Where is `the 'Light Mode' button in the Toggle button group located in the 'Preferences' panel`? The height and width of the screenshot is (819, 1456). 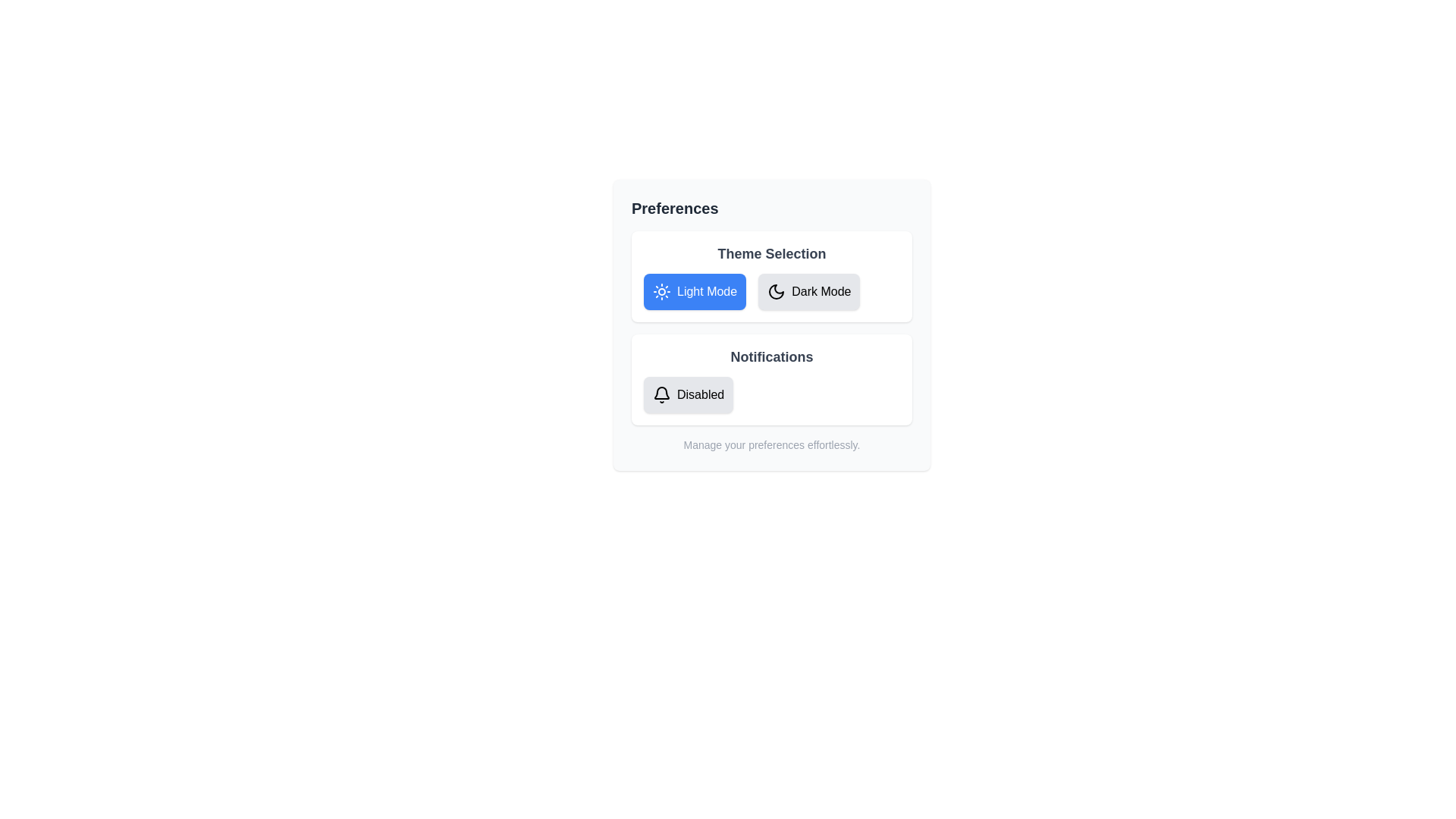 the 'Light Mode' button in the Toggle button group located in the 'Preferences' panel is located at coordinates (771, 292).